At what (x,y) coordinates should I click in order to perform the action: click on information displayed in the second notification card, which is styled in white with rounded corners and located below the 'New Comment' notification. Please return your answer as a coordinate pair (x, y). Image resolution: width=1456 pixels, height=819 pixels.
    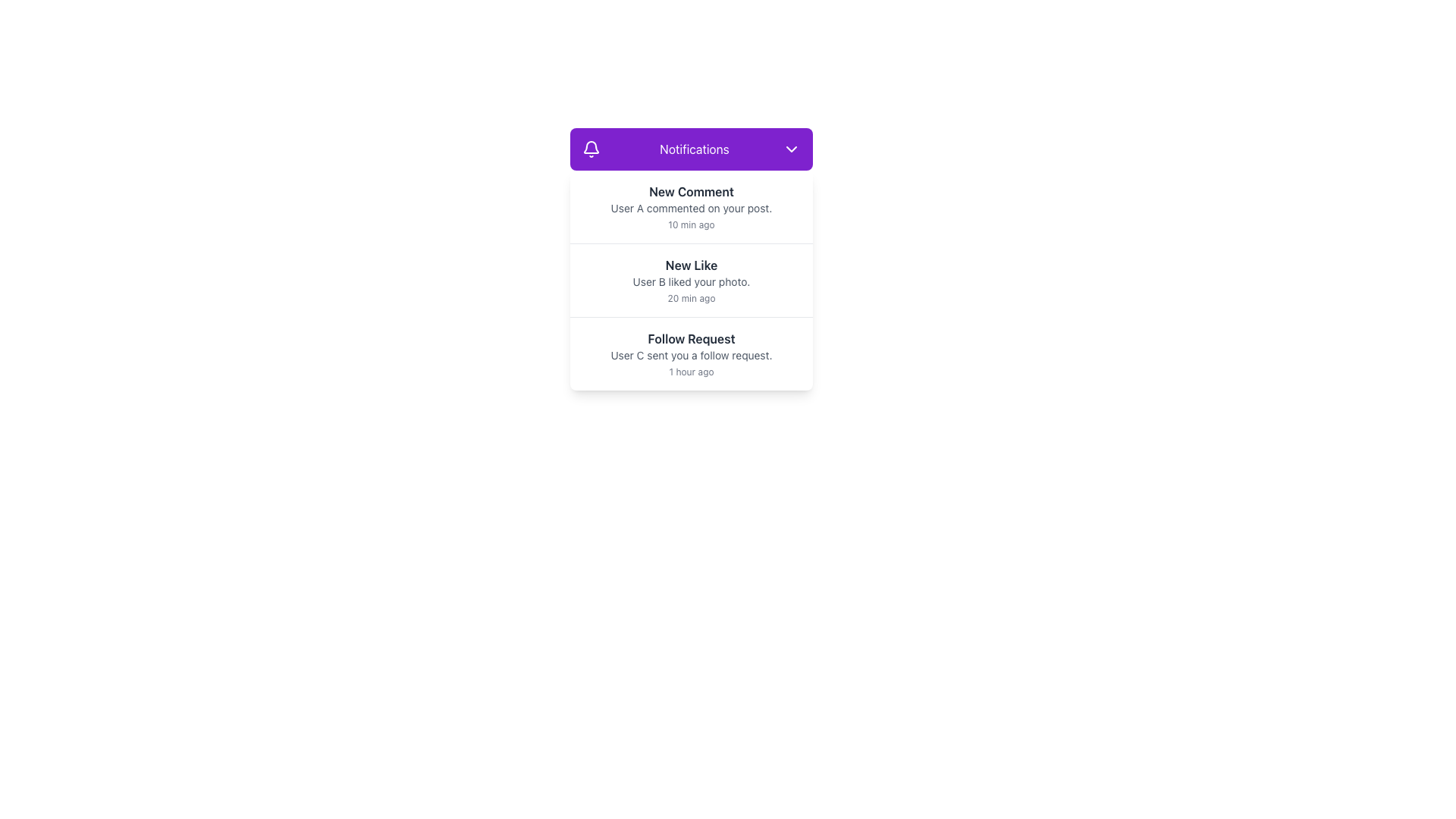
    Looking at the image, I should click on (691, 281).